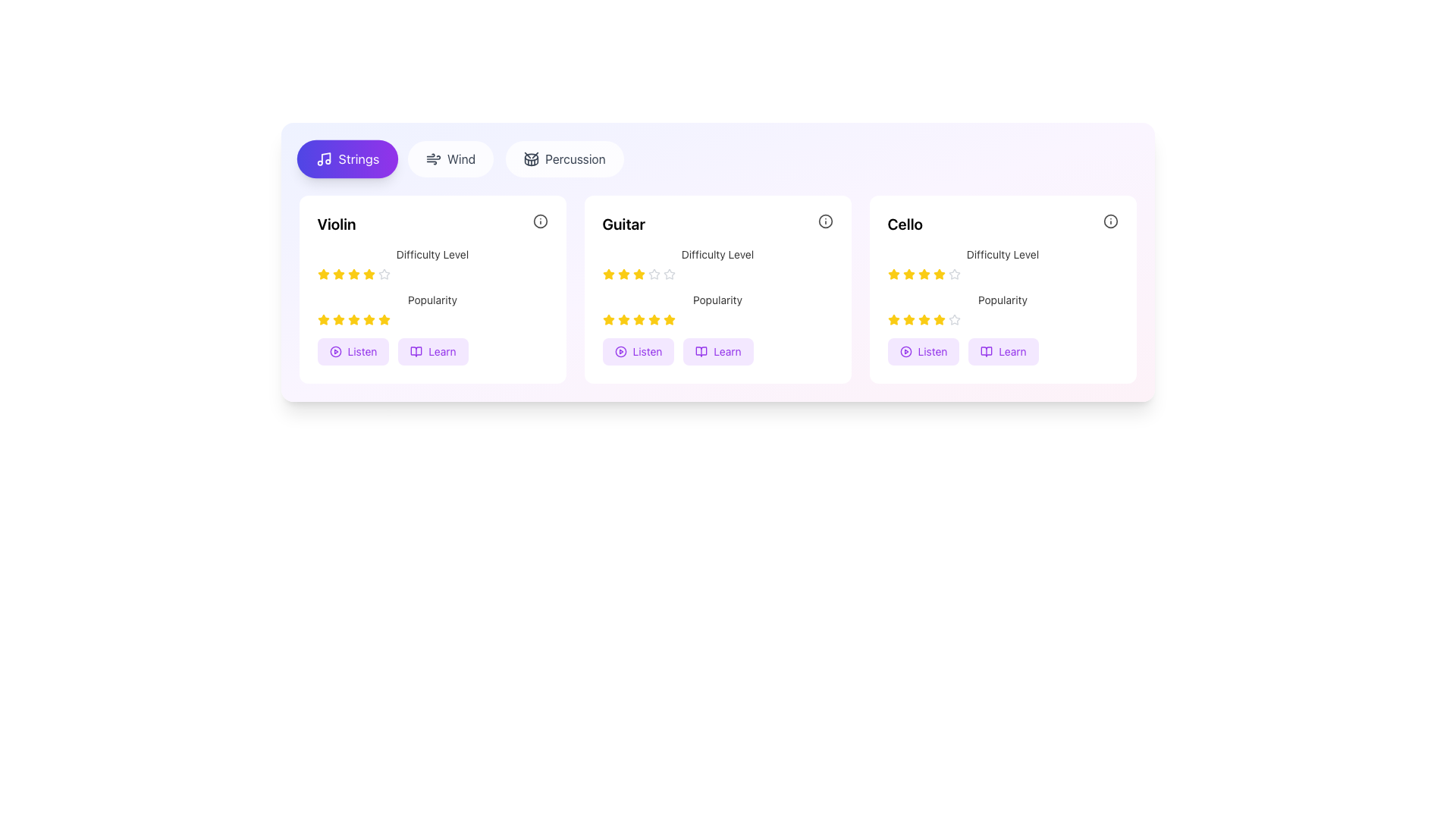 The width and height of the screenshot is (1456, 819). I want to click on the 'Listen' button, which is a rounded rectangle with a purple background and bold text, located at the bottom-left of the 'Violin' card, so click(352, 351).